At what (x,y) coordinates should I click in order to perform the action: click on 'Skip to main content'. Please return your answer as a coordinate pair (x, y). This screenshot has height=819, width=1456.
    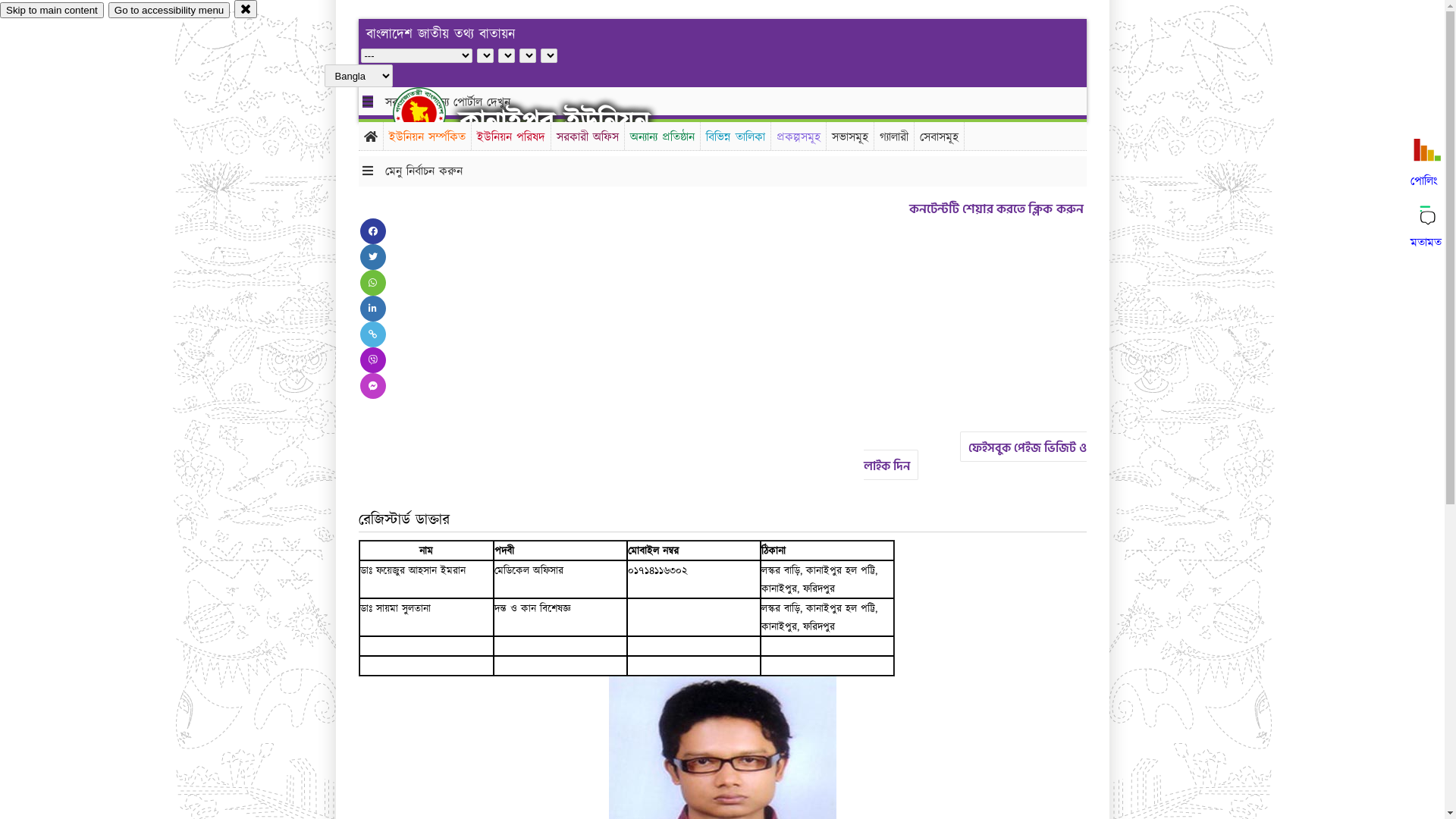
    Looking at the image, I should click on (52, 10).